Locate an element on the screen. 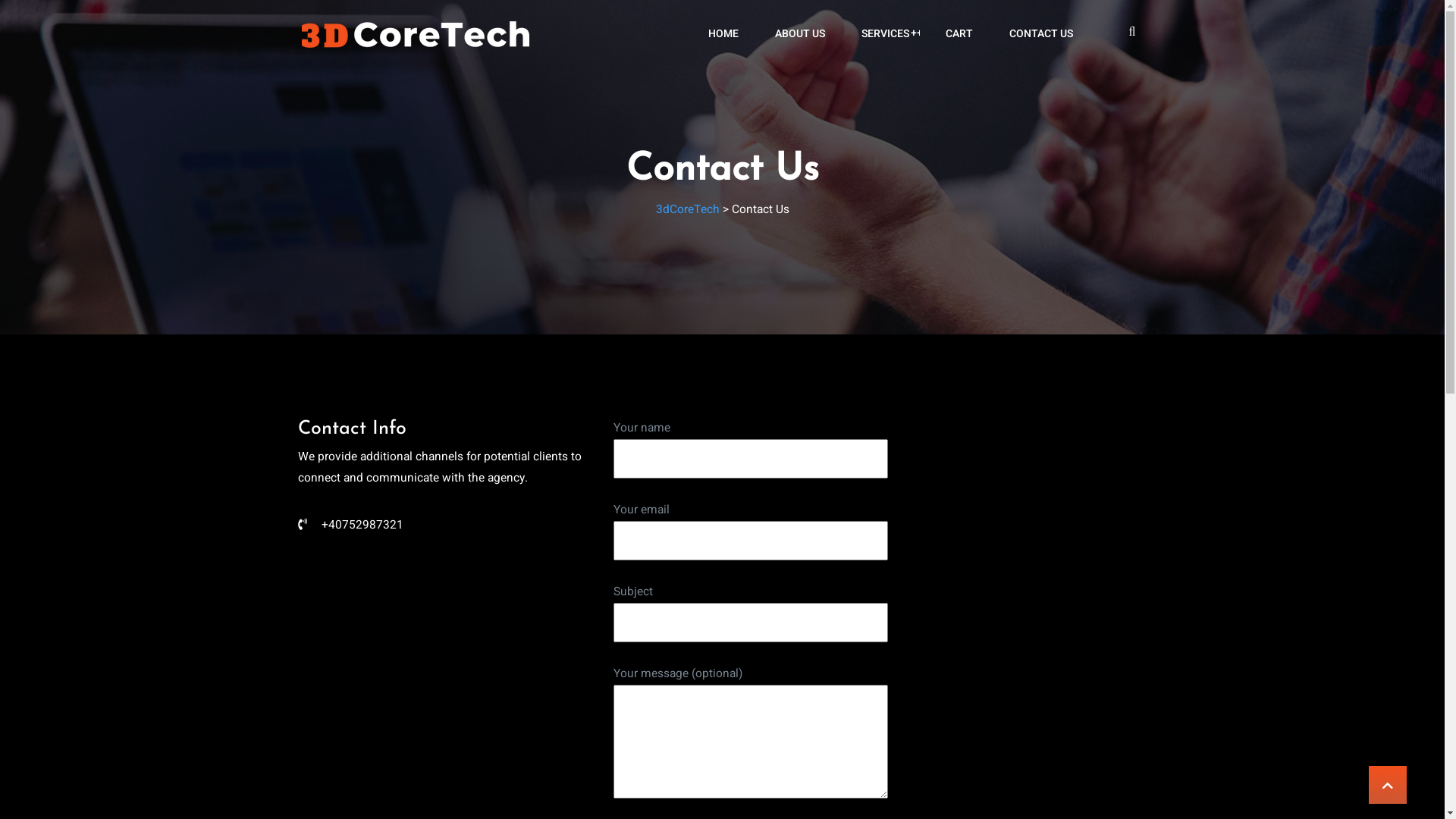 Image resolution: width=1456 pixels, height=819 pixels. '+ is located at coordinates (885, 34).